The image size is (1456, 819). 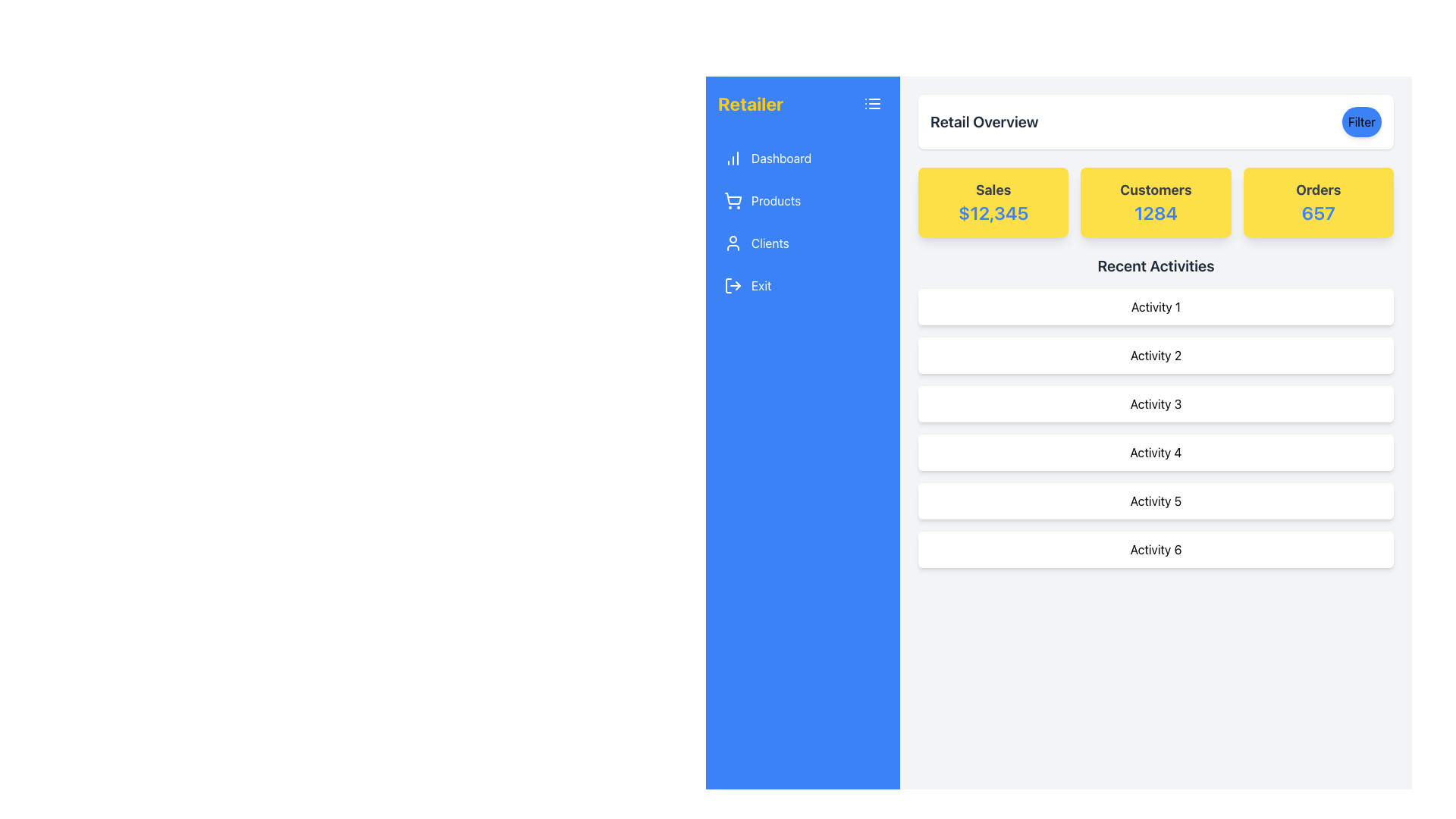 I want to click on the 'Clients' navigation button located in the left sidebar menu, positioned as the third item below 'Dashboard' and 'Products', so click(x=802, y=242).